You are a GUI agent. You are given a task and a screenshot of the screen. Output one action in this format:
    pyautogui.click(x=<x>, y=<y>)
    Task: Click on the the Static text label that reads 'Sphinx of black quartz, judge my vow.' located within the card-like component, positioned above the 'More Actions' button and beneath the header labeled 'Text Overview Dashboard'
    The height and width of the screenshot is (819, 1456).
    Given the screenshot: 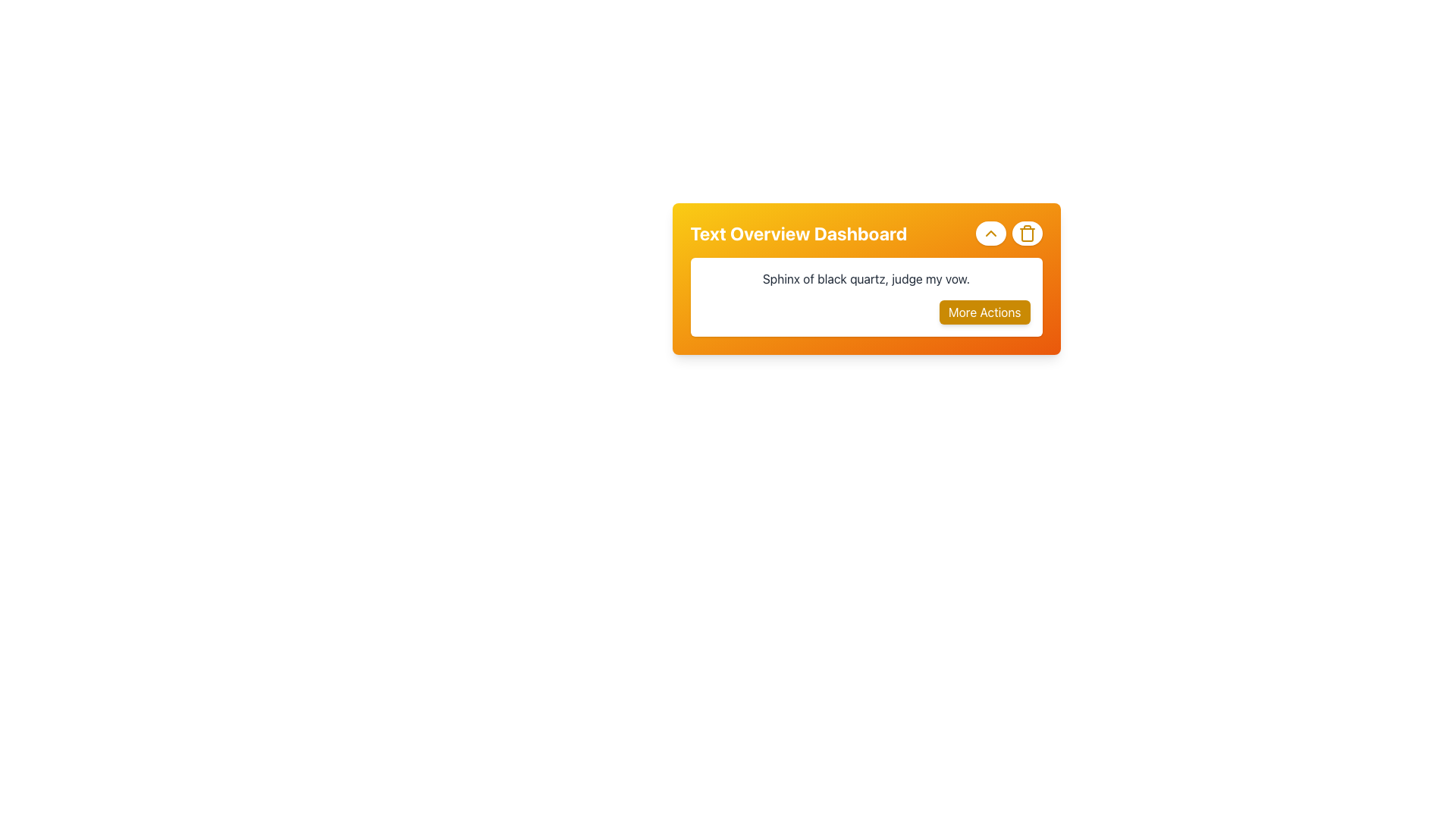 What is the action you would take?
    pyautogui.click(x=866, y=278)
    